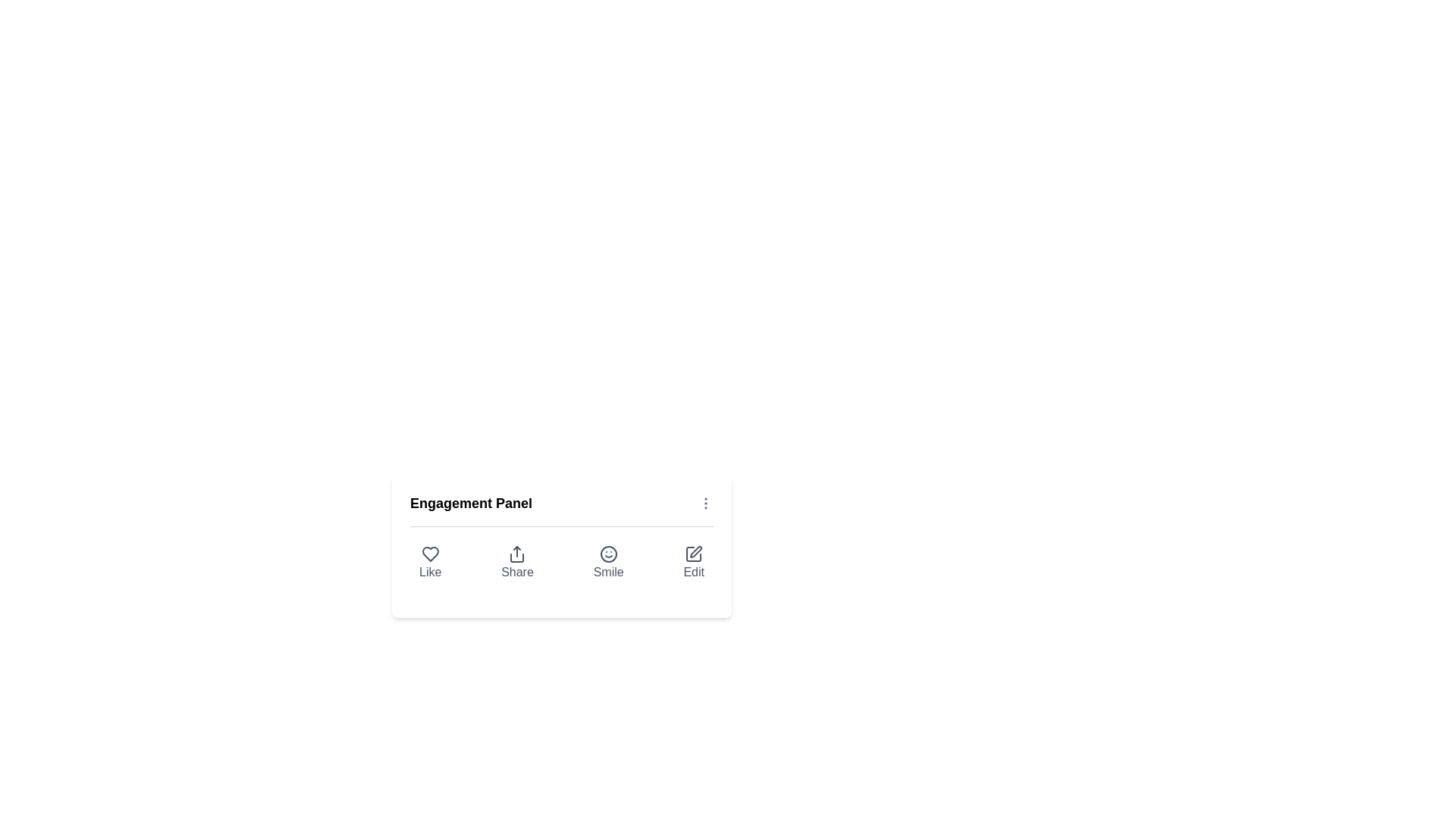 This screenshot has width=1456, height=819. What do you see at coordinates (608, 573) in the screenshot?
I see `the text label for the smiley face button, which describes the action associated with 'Smile'` at bounding box center [608, 573].